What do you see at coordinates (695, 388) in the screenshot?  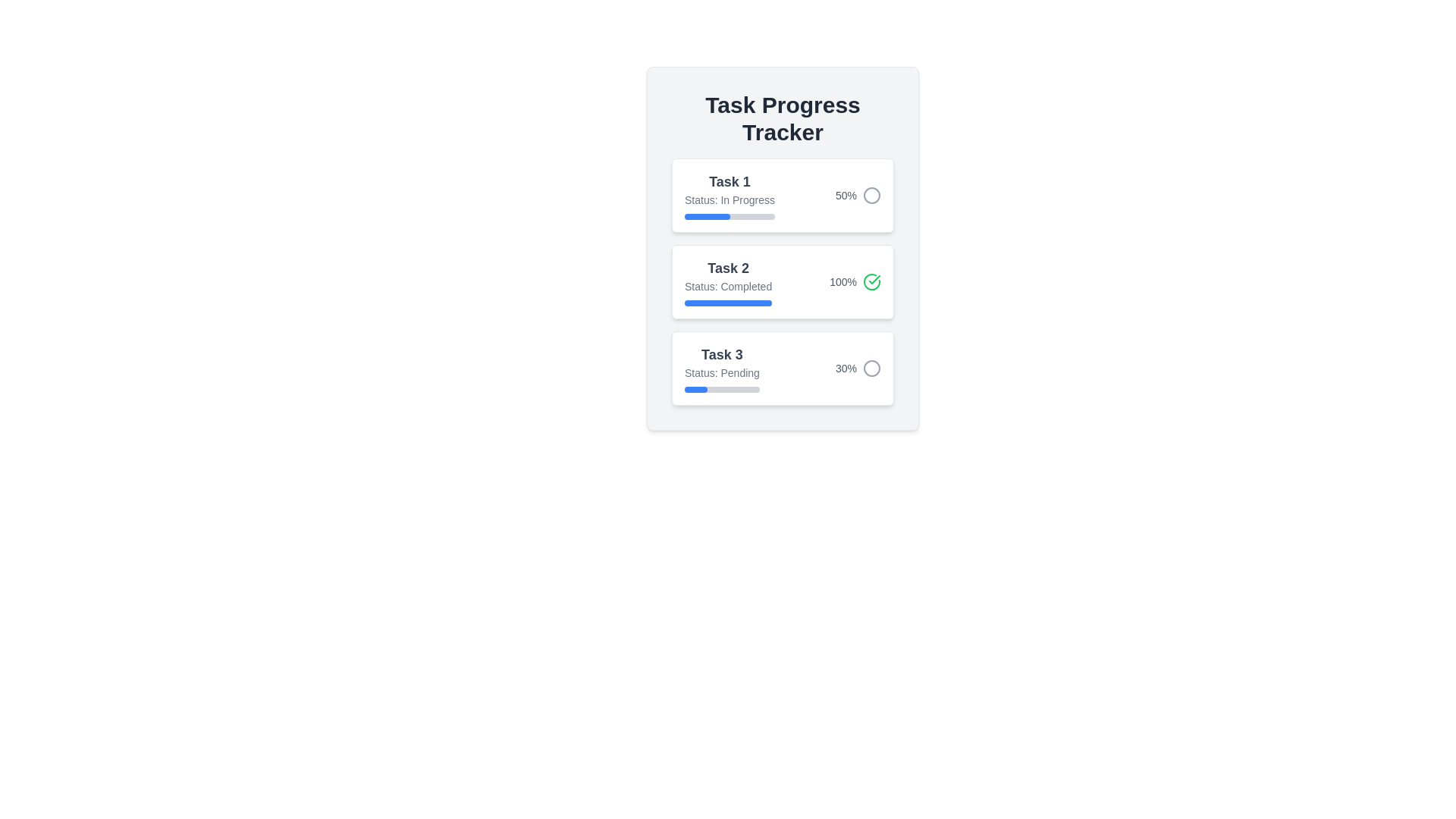 I see `the progress status of the blue progress bar segment in Task 3's progress bar section of the 'Task Progress Tracker' interface` at bounding box center [695, 388].